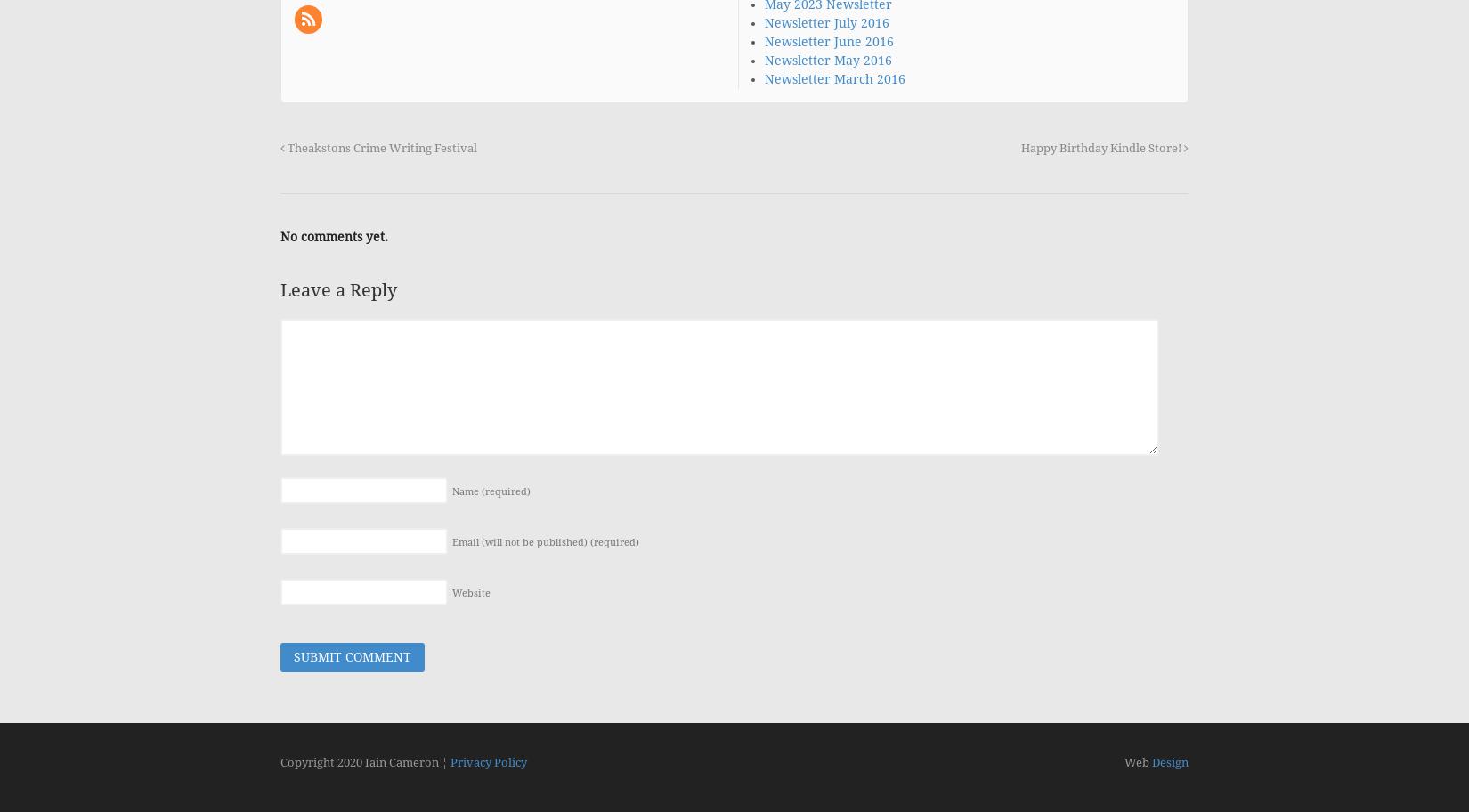 This screenshot has height=812, width=1469. Describe the element at coordinates (1124, 761) in the screenshot. I see `'Web'` at that location.